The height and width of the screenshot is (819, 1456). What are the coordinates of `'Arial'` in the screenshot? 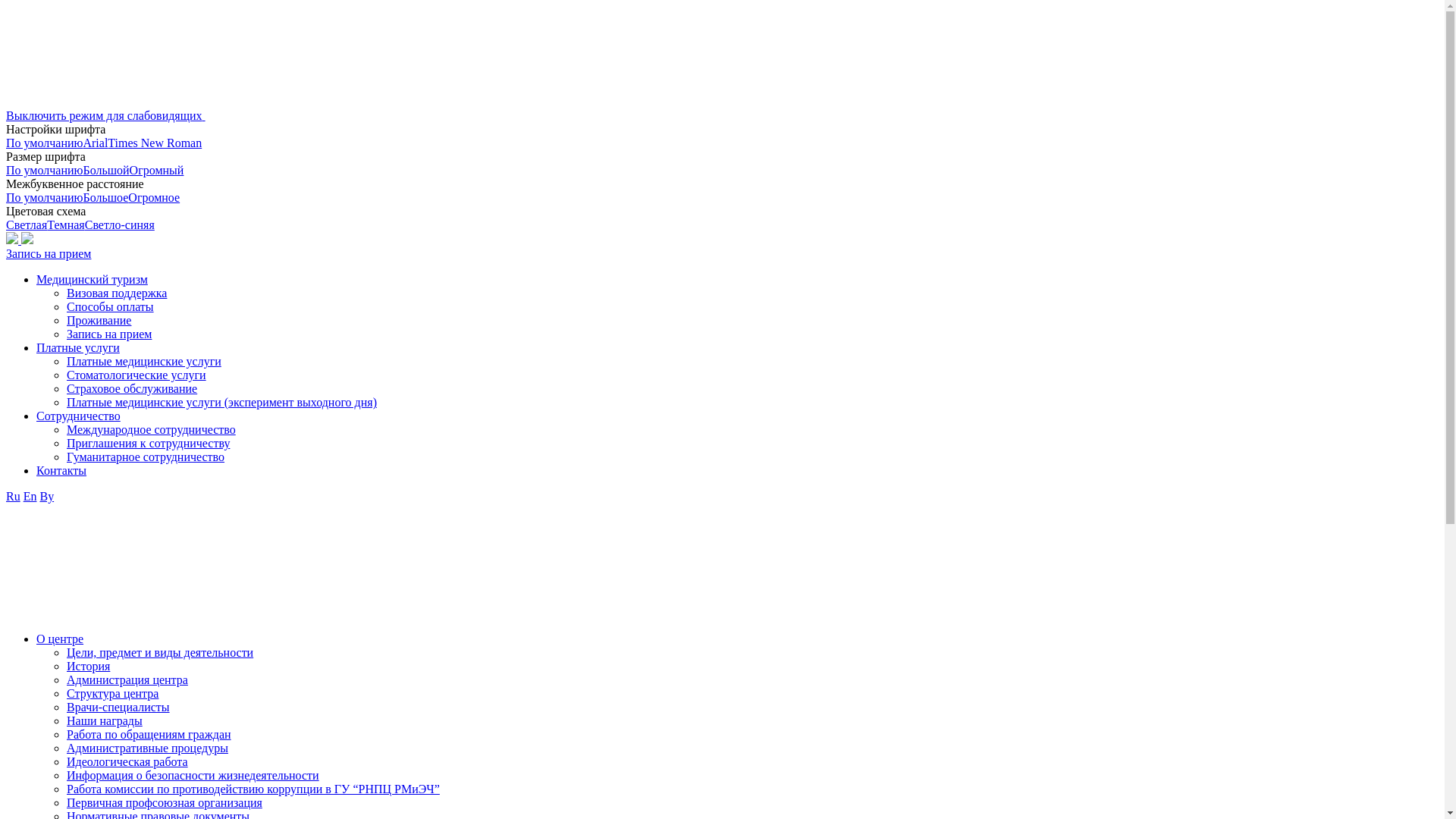 It's located at (82, 143).